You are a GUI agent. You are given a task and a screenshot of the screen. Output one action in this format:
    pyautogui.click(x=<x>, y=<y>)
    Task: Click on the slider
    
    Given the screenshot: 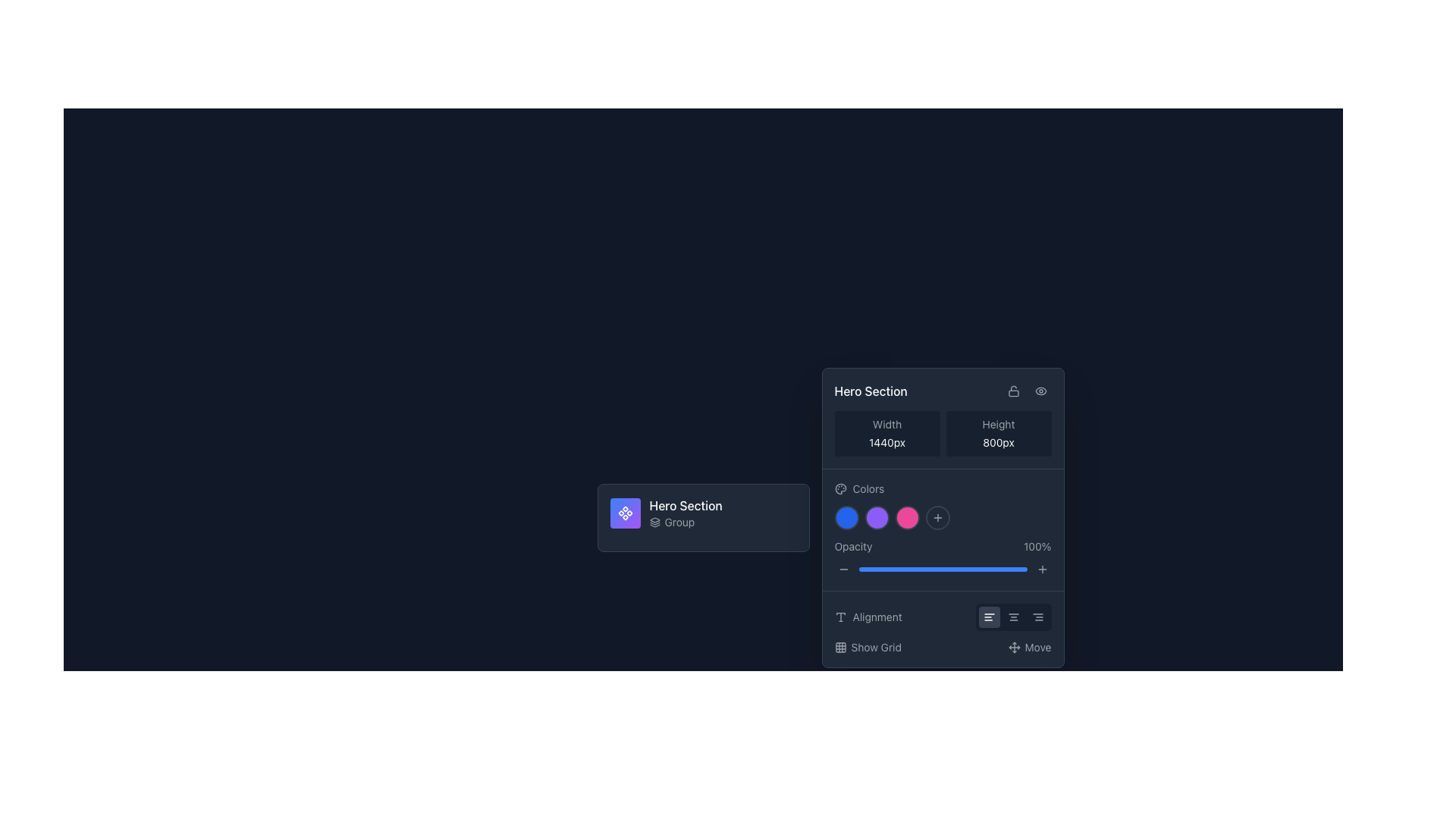 What is the action you would take?
    pyautogui.click(x=942, y=570)
    